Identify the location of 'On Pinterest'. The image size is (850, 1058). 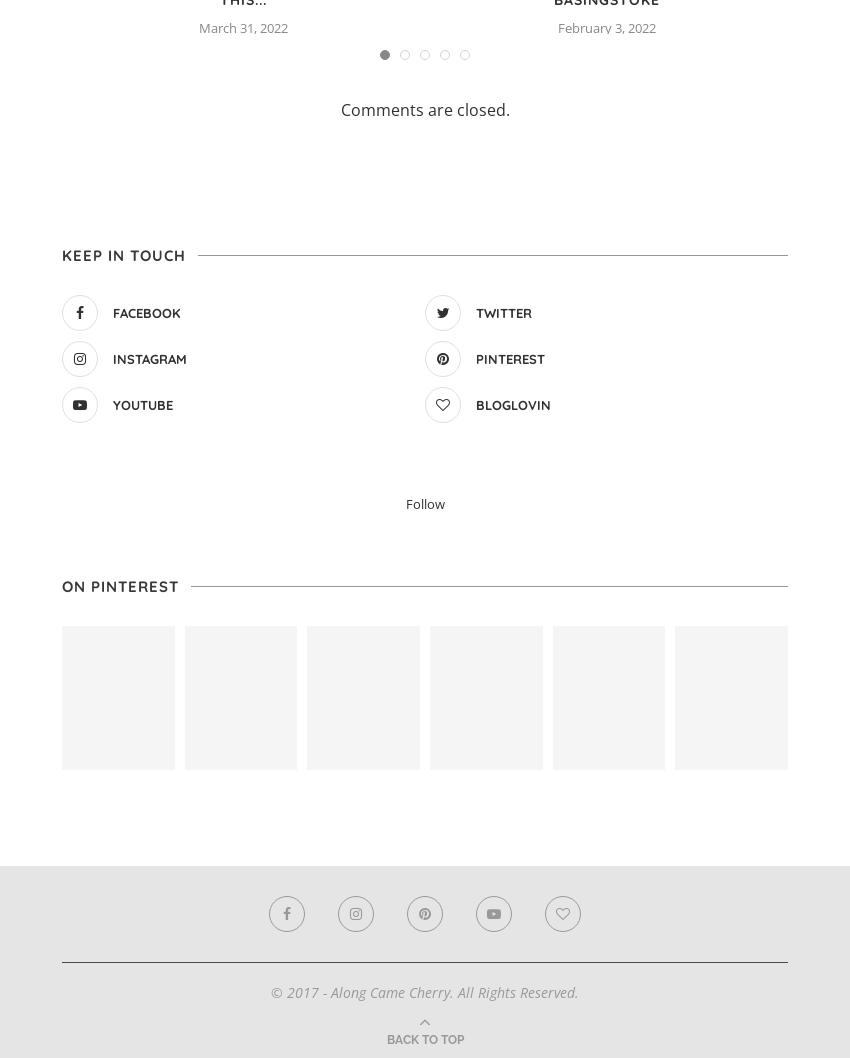
(61, 585).